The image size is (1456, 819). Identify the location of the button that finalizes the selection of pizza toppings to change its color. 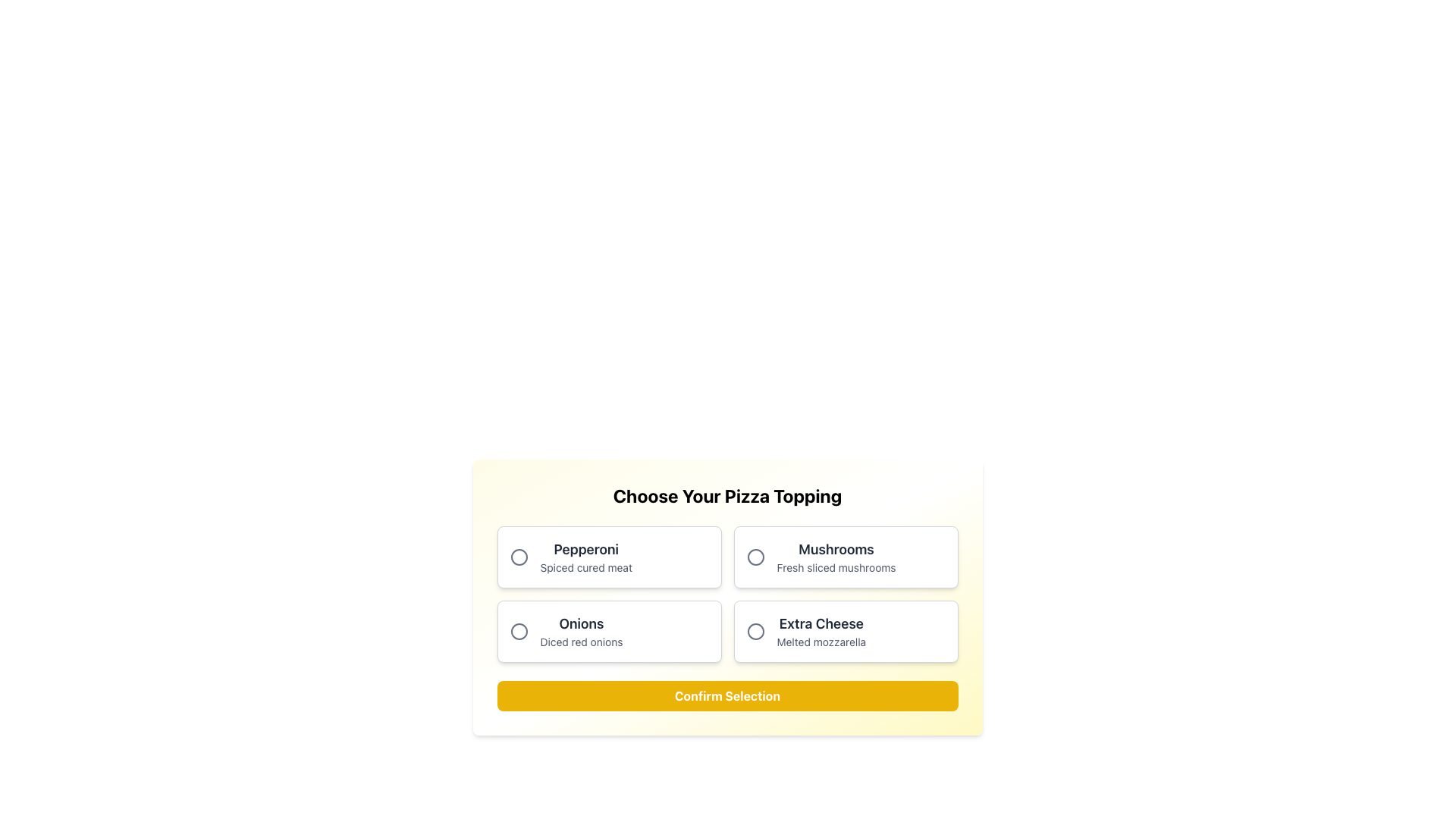
(726, 696).